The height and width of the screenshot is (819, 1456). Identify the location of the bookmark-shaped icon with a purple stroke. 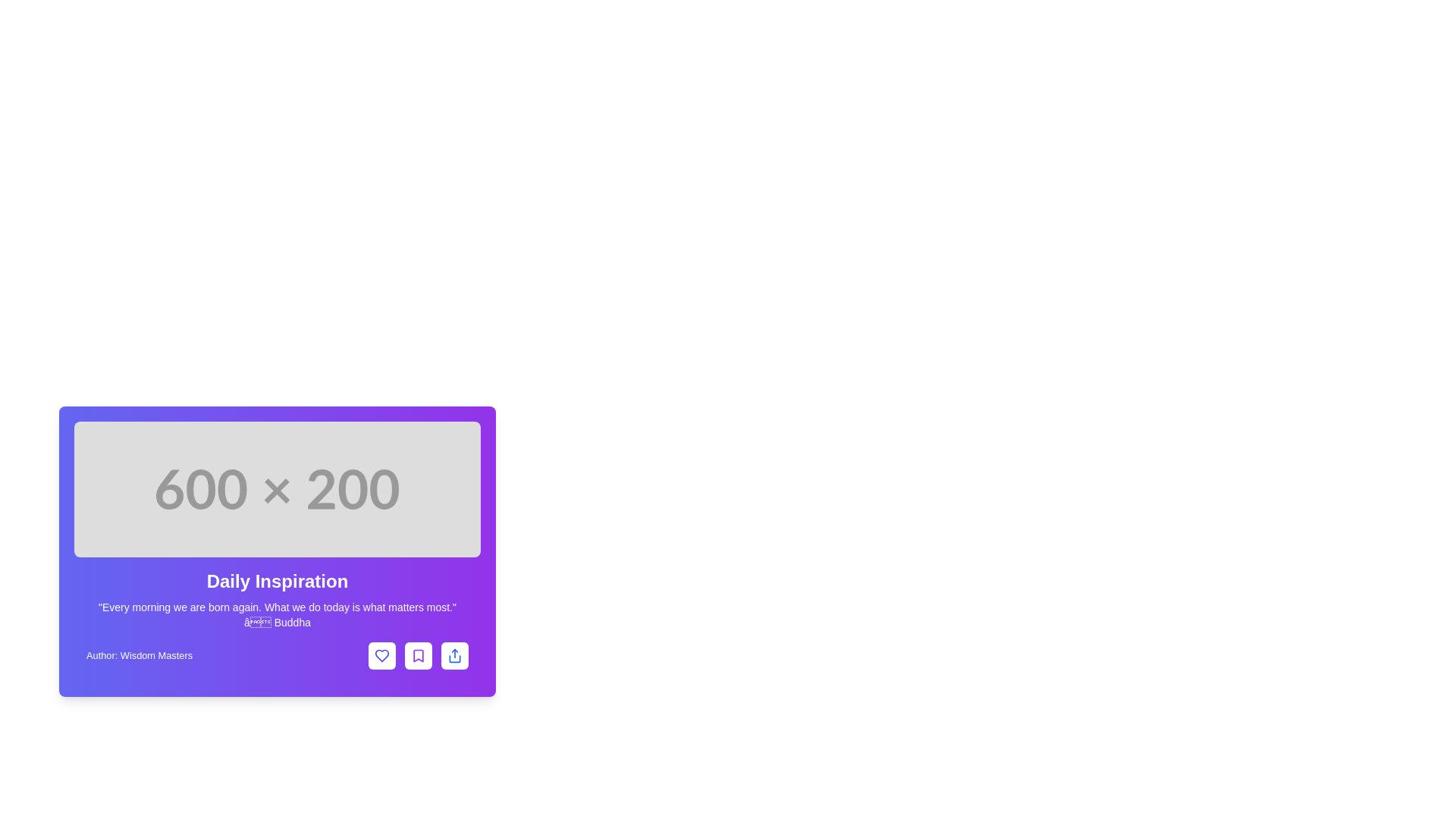
(419, 654).